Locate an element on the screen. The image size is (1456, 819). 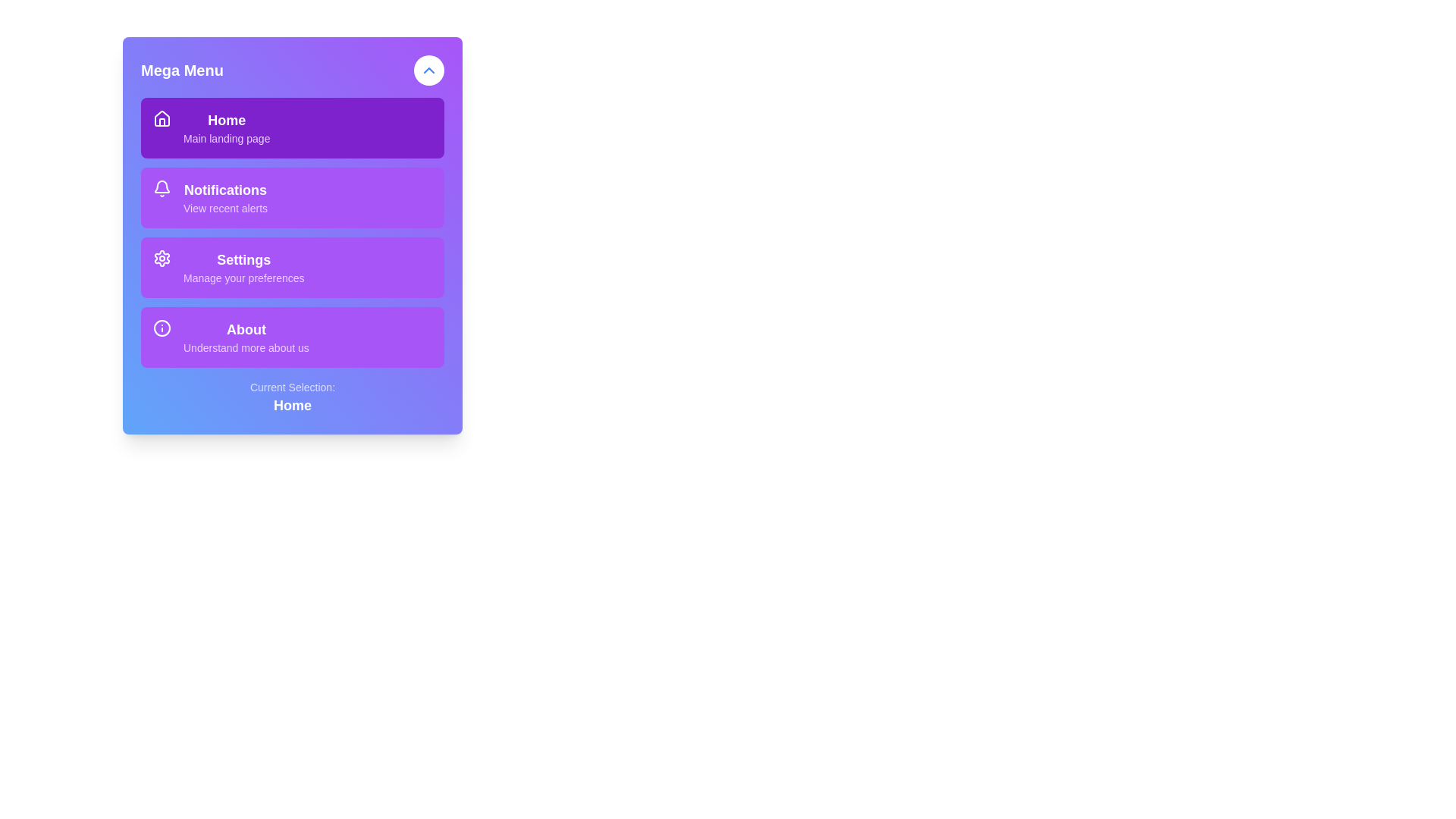
the text element that says 'Manage your preferences', which is styled in light purple and positioned below the 'Settings' text within the purple menu item is located at coordinates (243, 278).